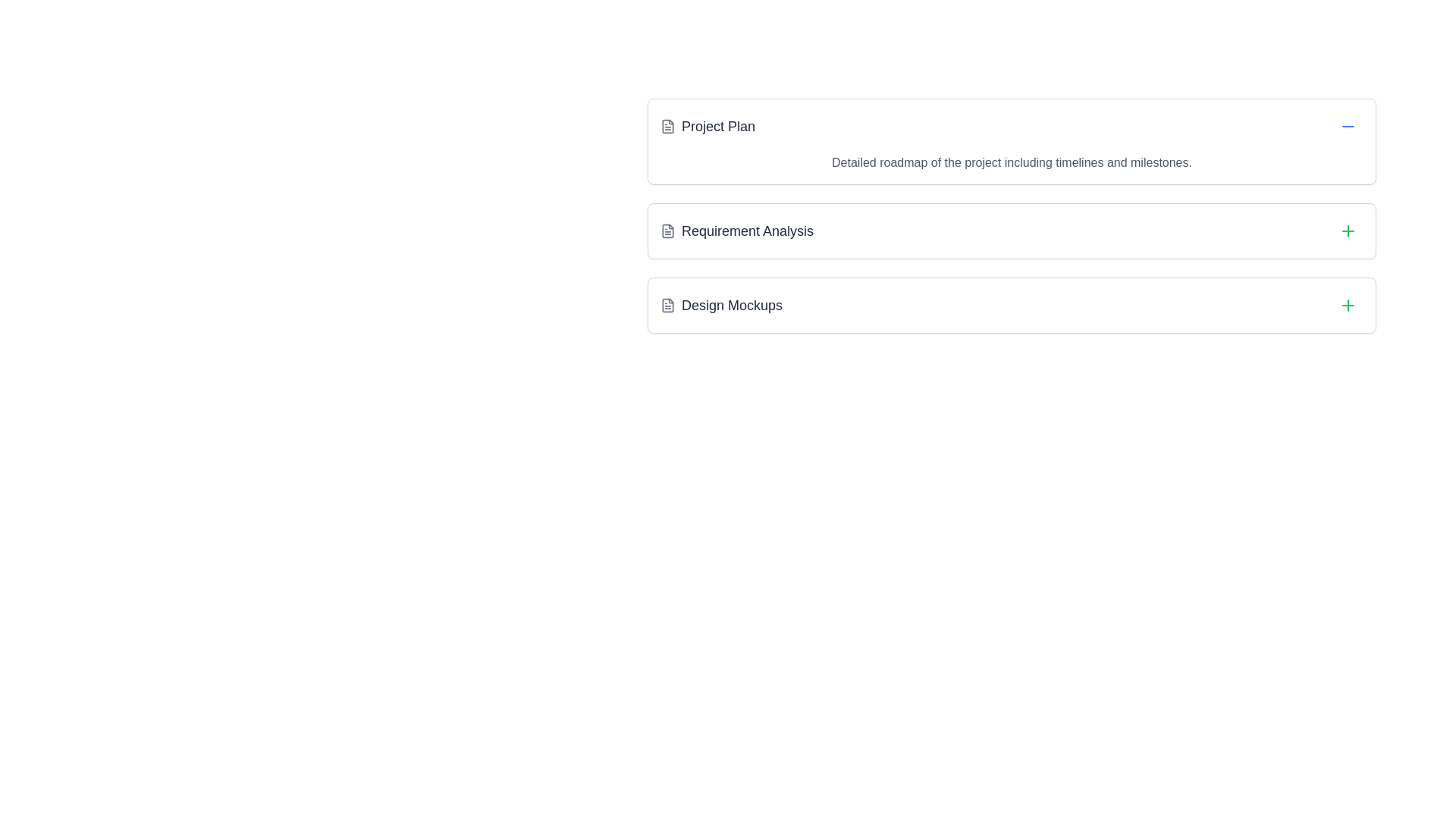  I want to click on the minus icon located in the top-right corner of the 'Project Plan' section, so click(1348, 125).